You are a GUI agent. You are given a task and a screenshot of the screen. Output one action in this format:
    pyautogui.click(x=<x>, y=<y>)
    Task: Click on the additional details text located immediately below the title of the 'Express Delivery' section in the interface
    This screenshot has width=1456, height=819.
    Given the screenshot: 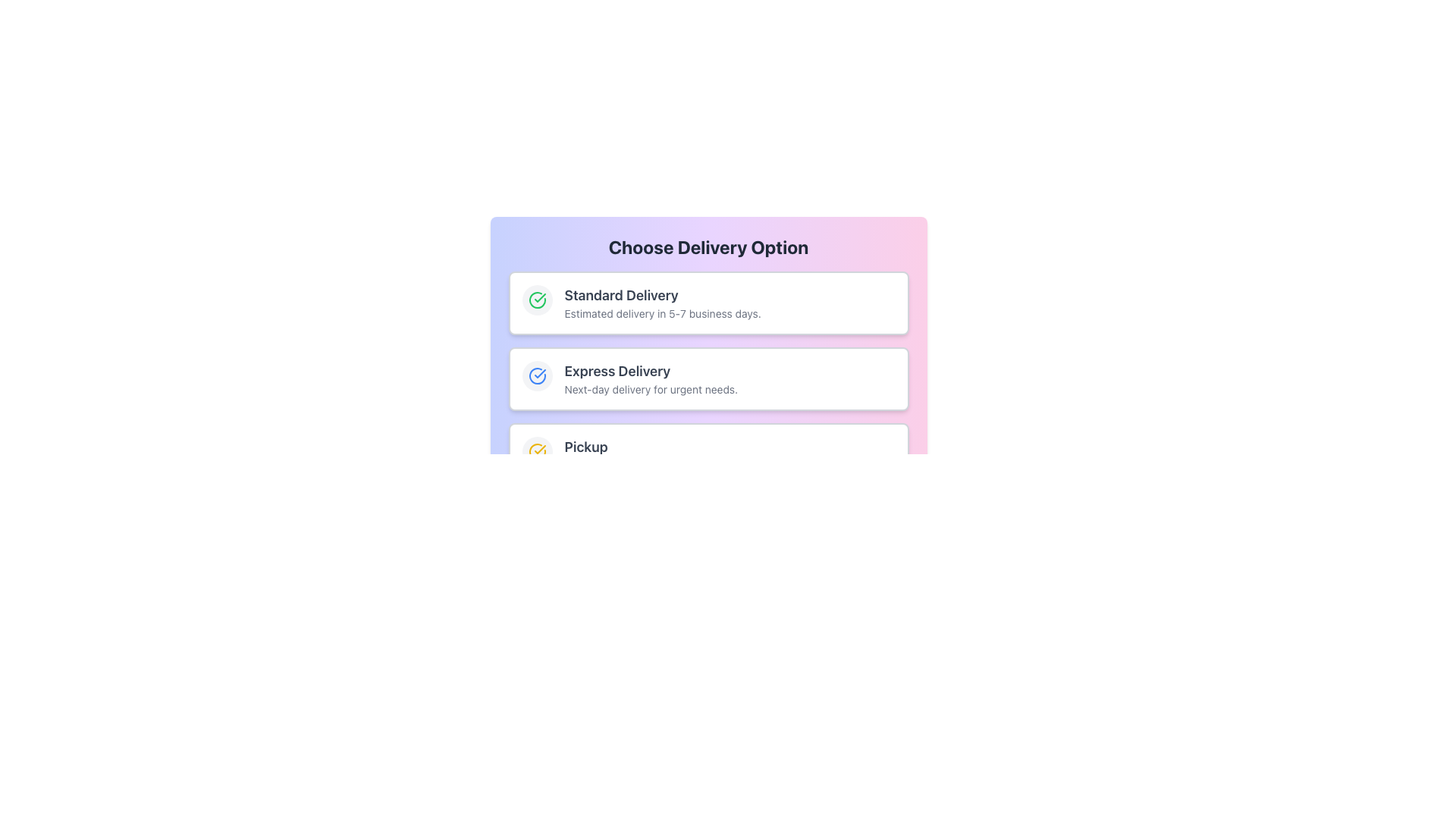 What is the action you would take?
    pyautogui.click(x=730, y=388)
    